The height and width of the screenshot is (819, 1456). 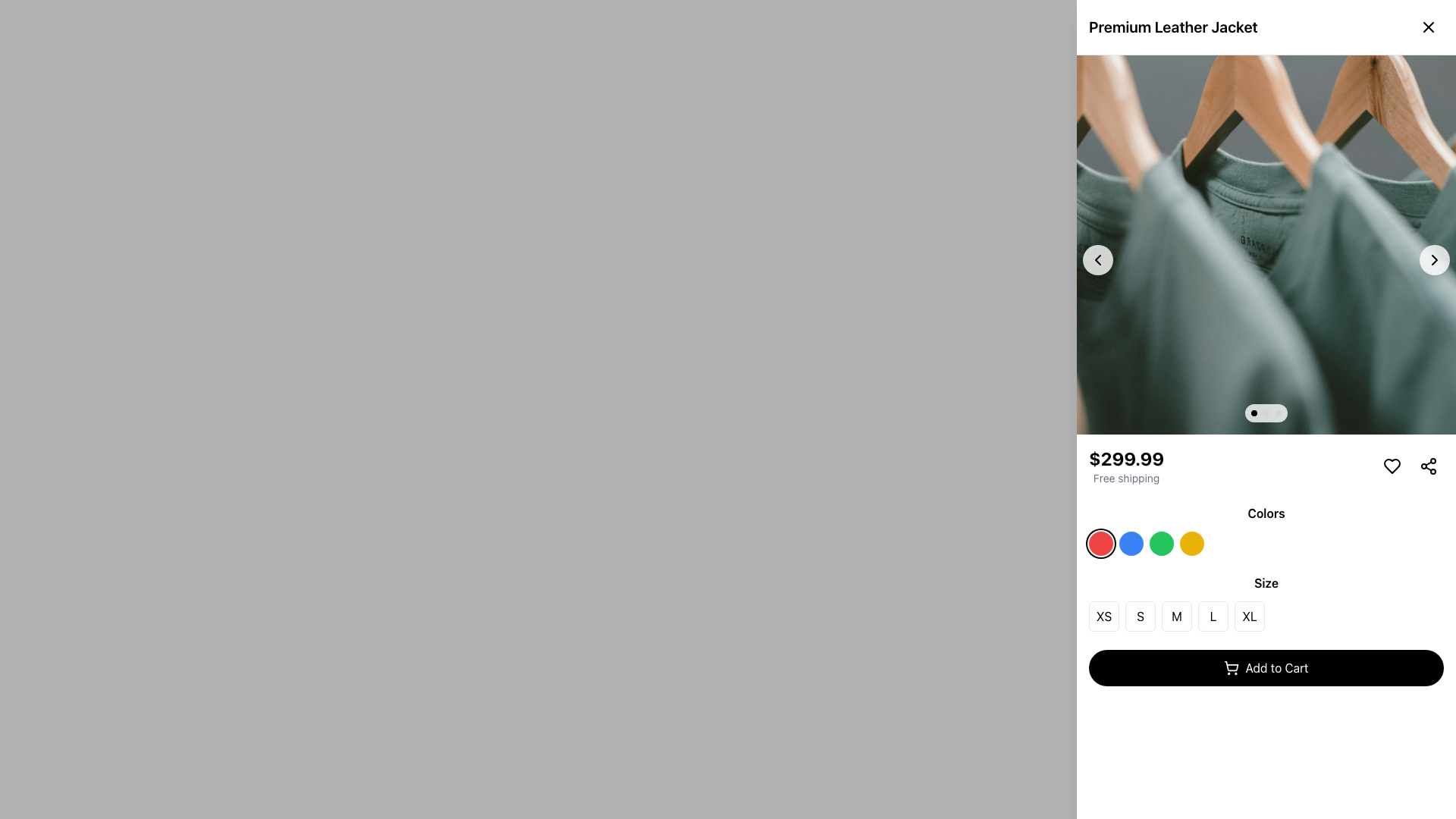 What do you see at coordinates (1160, 543) in the screenshot?
I see `the third color selection icon for the green color option, located under the 'Colors' label and above the size selectors` at bounding box center [1160, 543].